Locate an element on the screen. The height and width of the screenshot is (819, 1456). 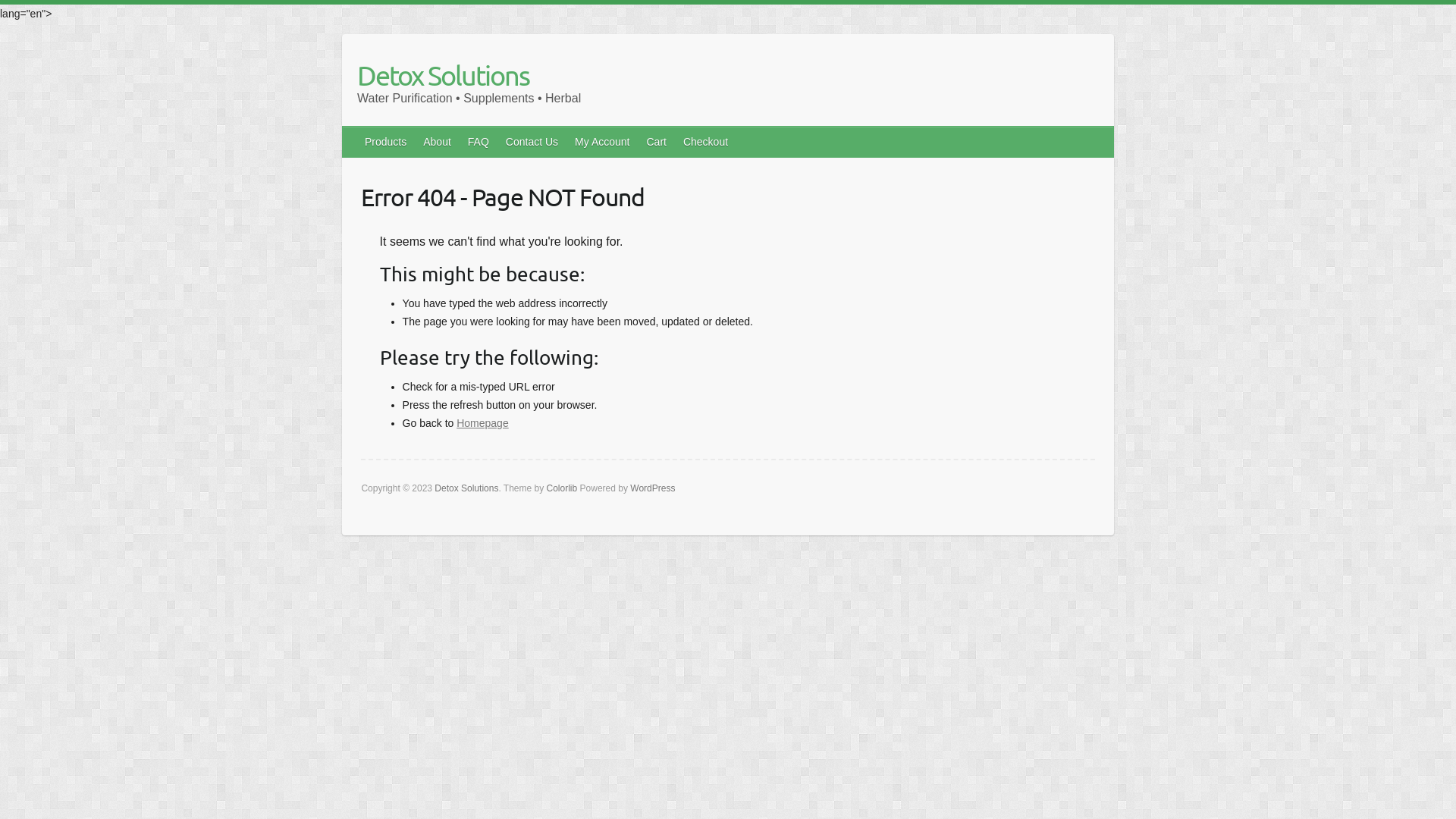
'FAQ' is located at coordinates (459, 141).